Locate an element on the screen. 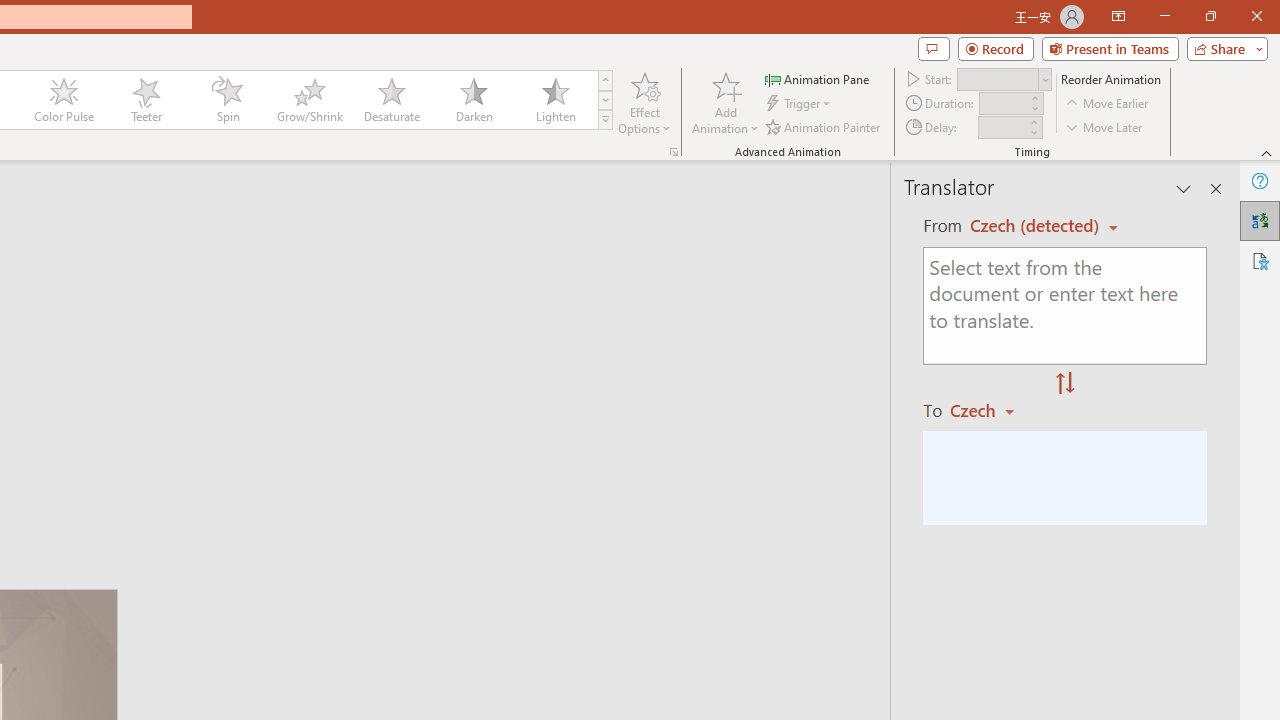 Image resolution: width=1280 pixels, height=720 pixels. 'Animation Painter' is located at coordinates (824, 127).